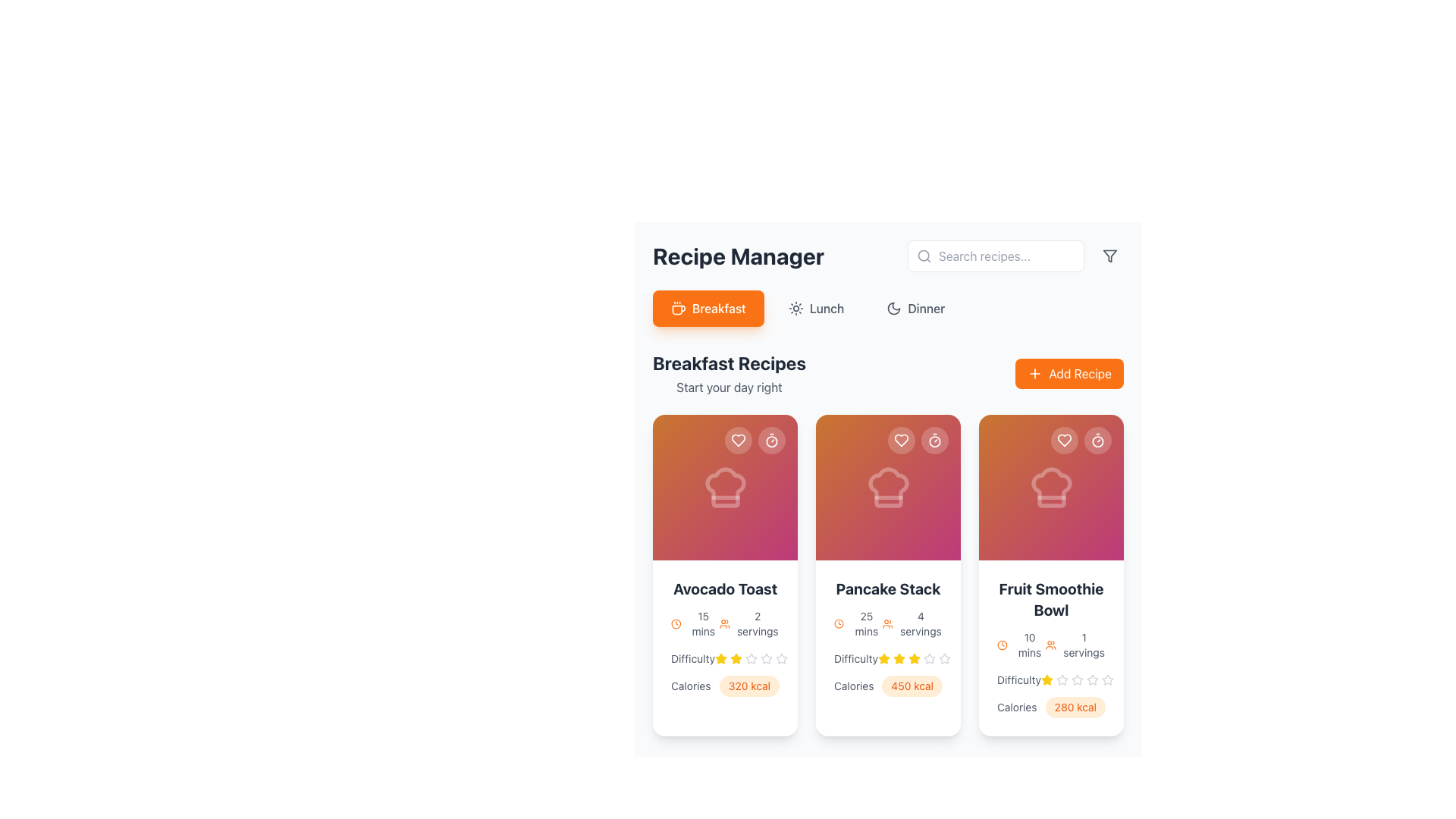 Image resolution: width=1456 pixels, height=819 pixels. I want to click on the small, yellow five-pointed star icon, which is the third icon in a horizontal sequence of five yellow stars under the 'Difficulty' label on the 'Pancake Stack' recipe card, so click(899, 657).